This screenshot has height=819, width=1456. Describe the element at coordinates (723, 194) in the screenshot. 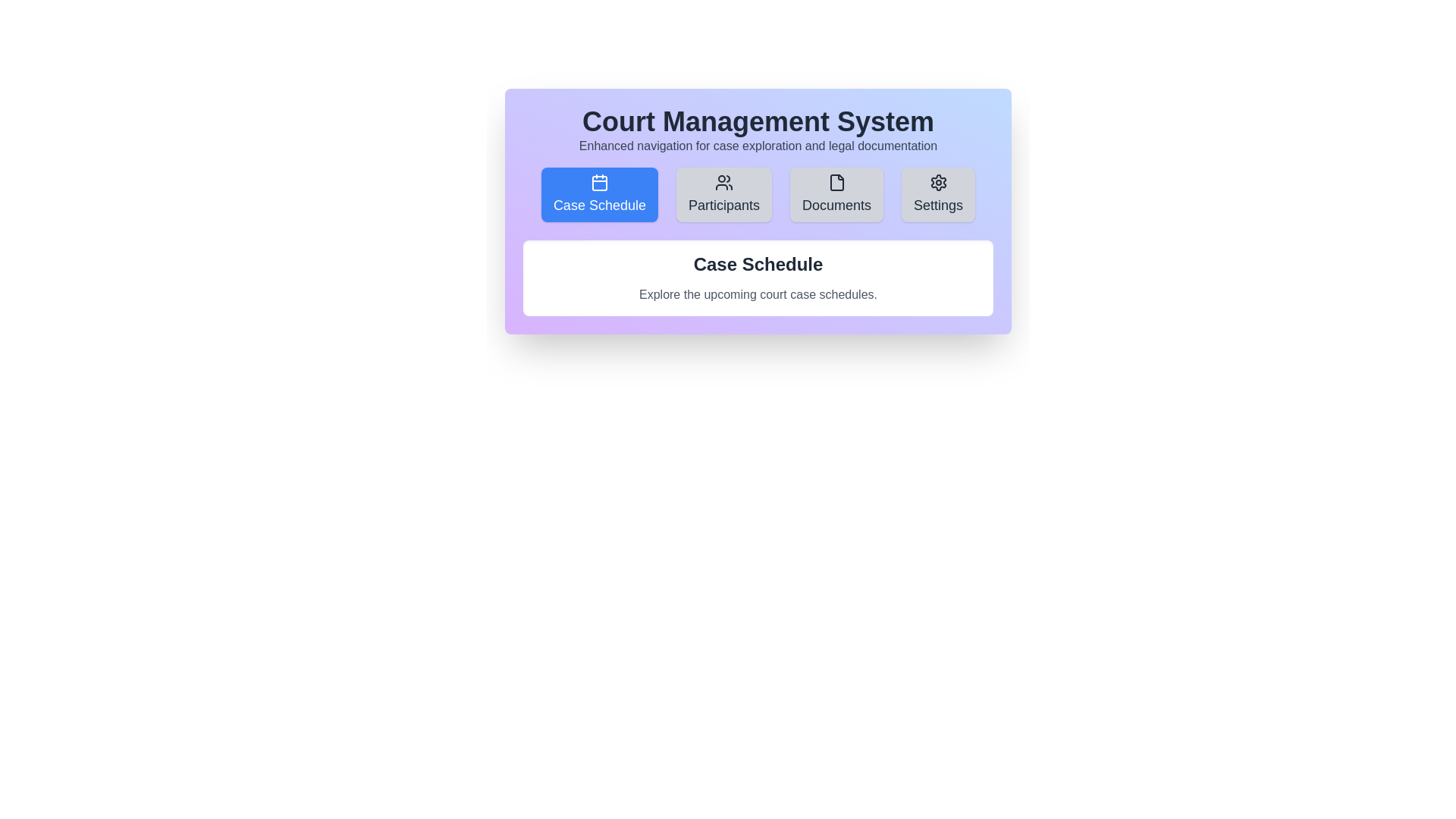

I see `the Participants tab by clicking on its corresponding button` at that location.